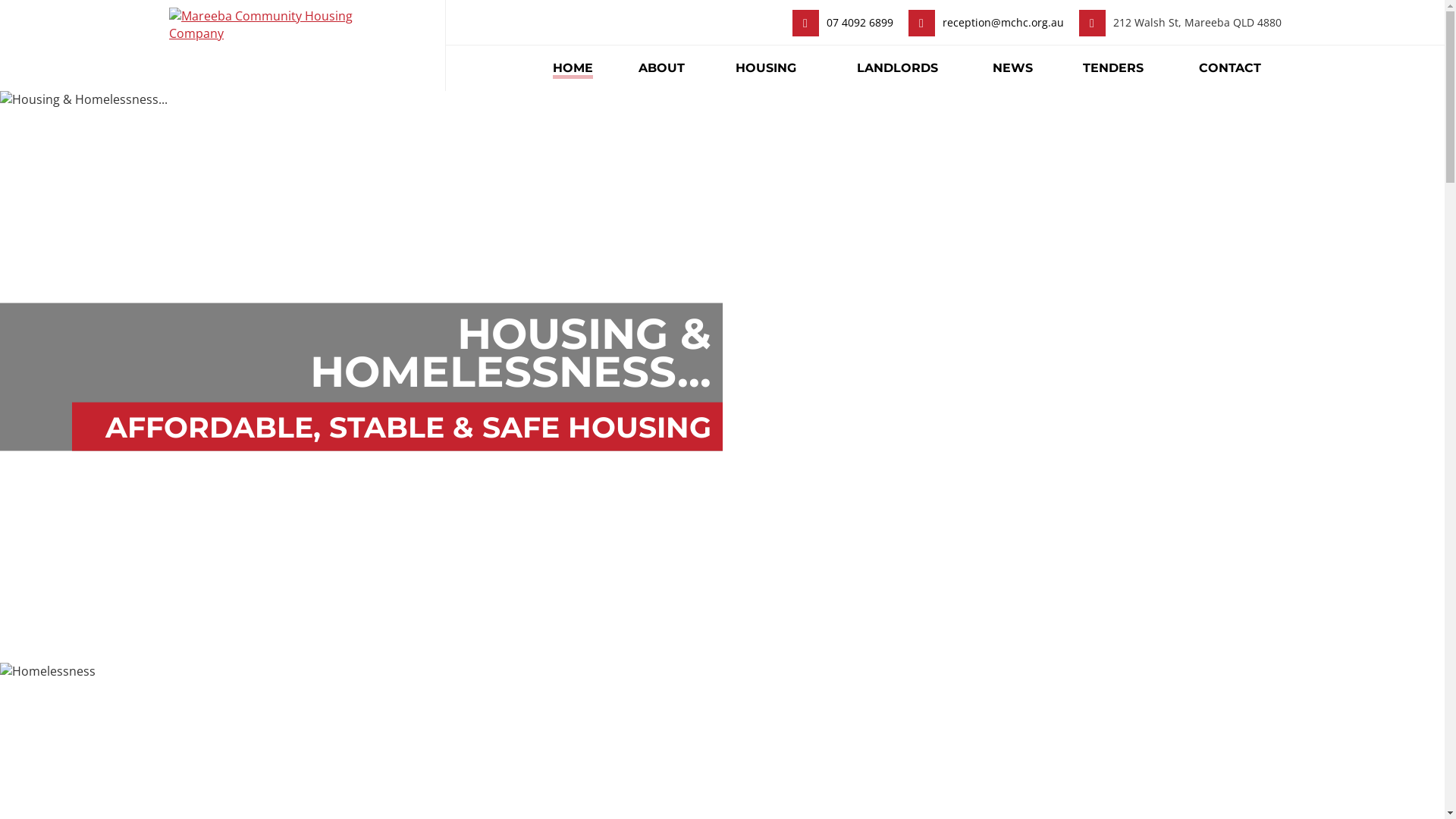 This screenshot has width=1456, height=819. What do you see at coordinates (661, 67) in the screenshot?
I see `'ABOUT'` at bounding box center [661, 67].